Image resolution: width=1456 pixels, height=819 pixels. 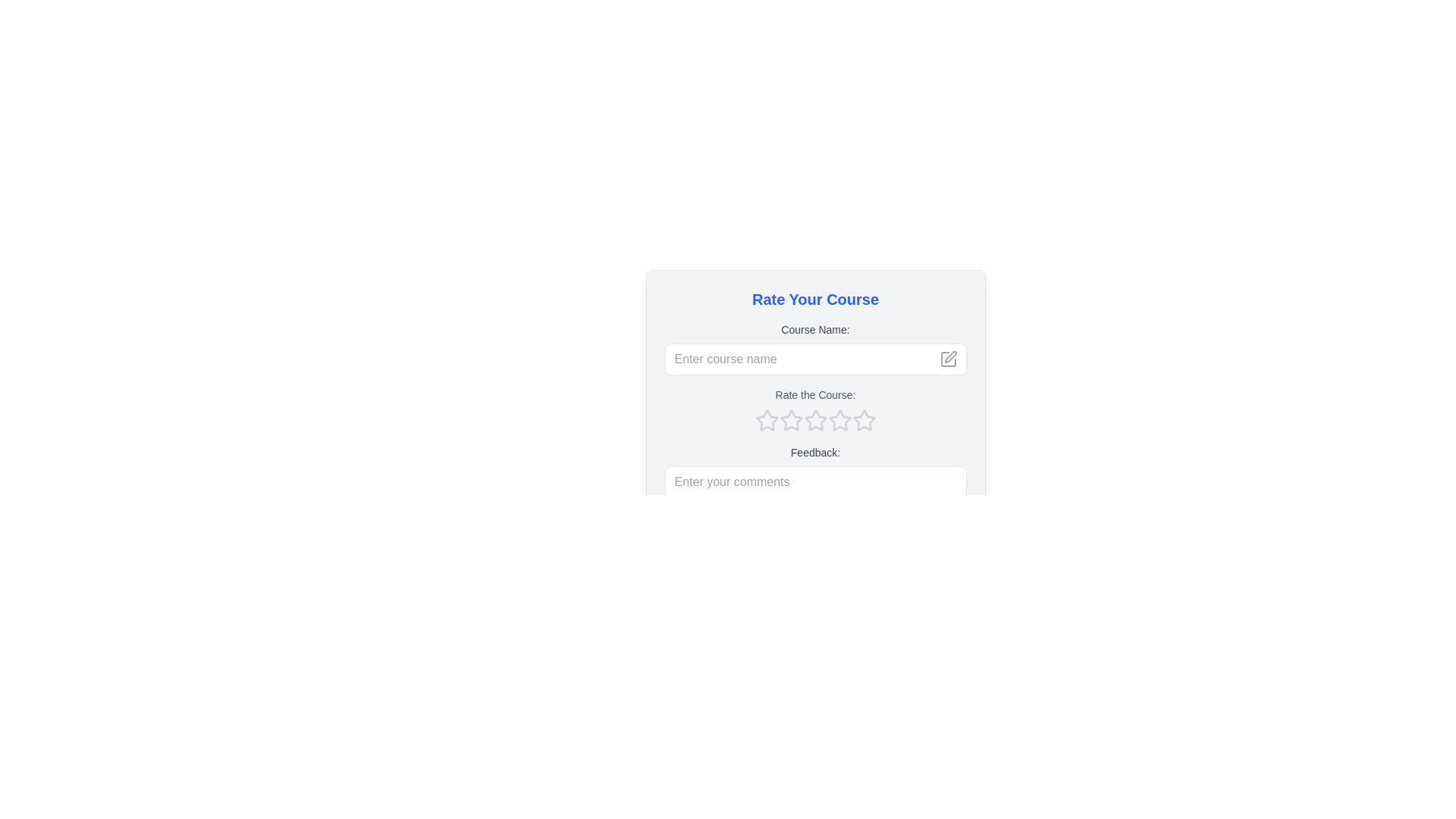 I want to click on the Text Label that serves as a label for the input area where users can provide their feedback, located below 'Rate the Course:' and above 'Enter your comments', so click(x=814, y=452).